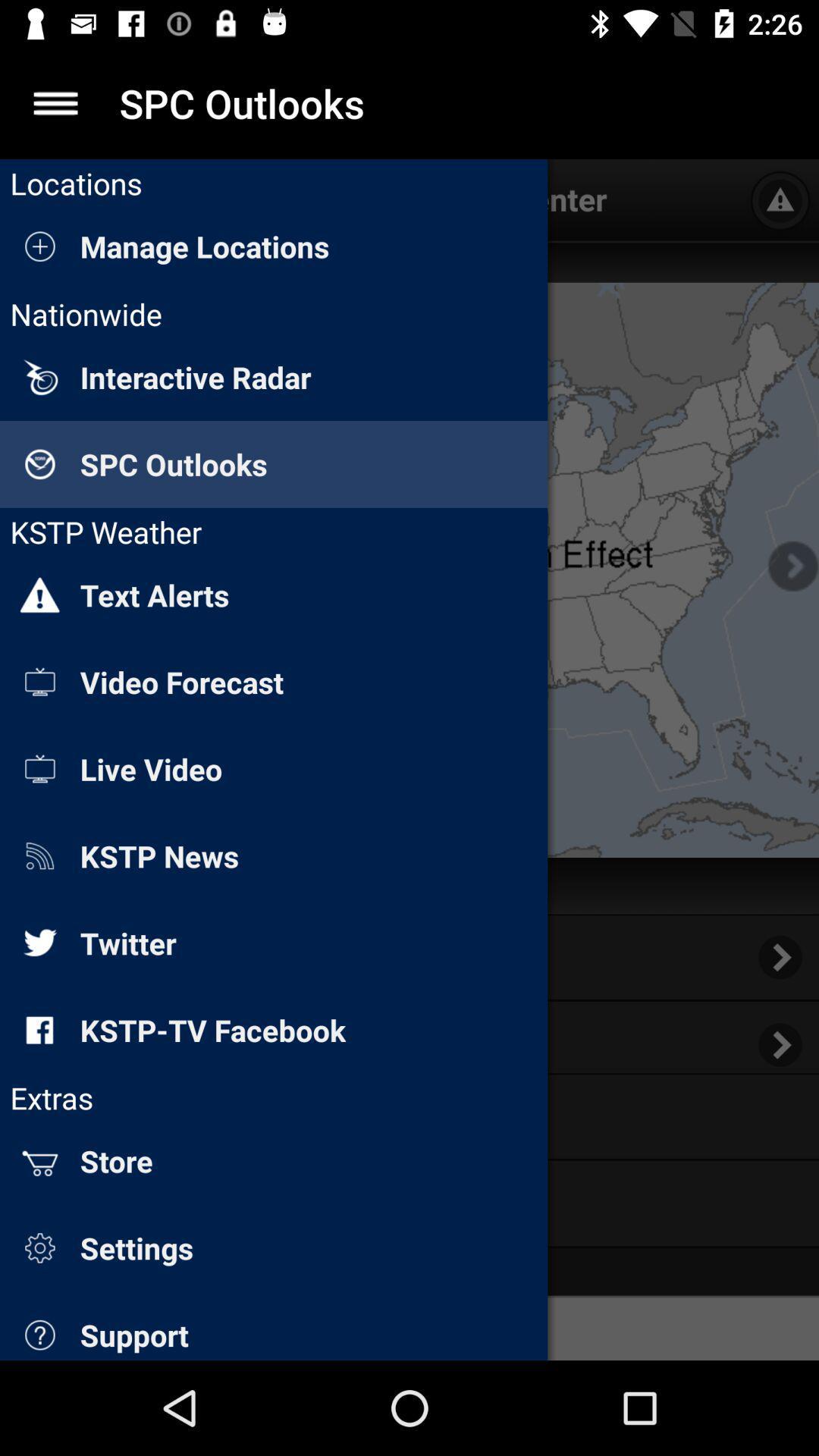 The height and width of the screenshot is (1456, 819). I want to click on the app next to spc outlooks item, so click(55, 102).